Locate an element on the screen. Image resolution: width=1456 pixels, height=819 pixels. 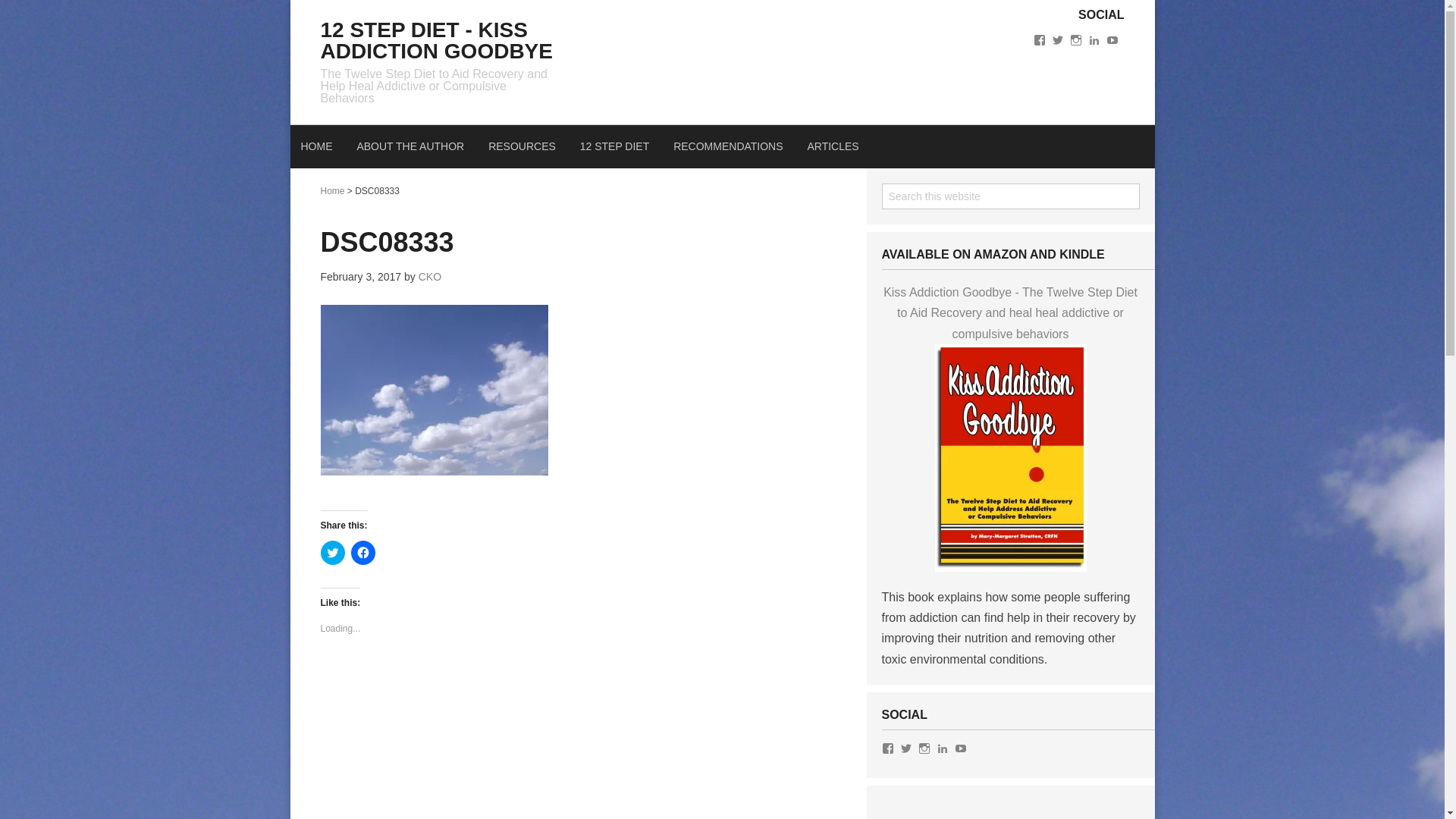
'ABOUT THE AUTHOR' is located at coordinates (410, 146).